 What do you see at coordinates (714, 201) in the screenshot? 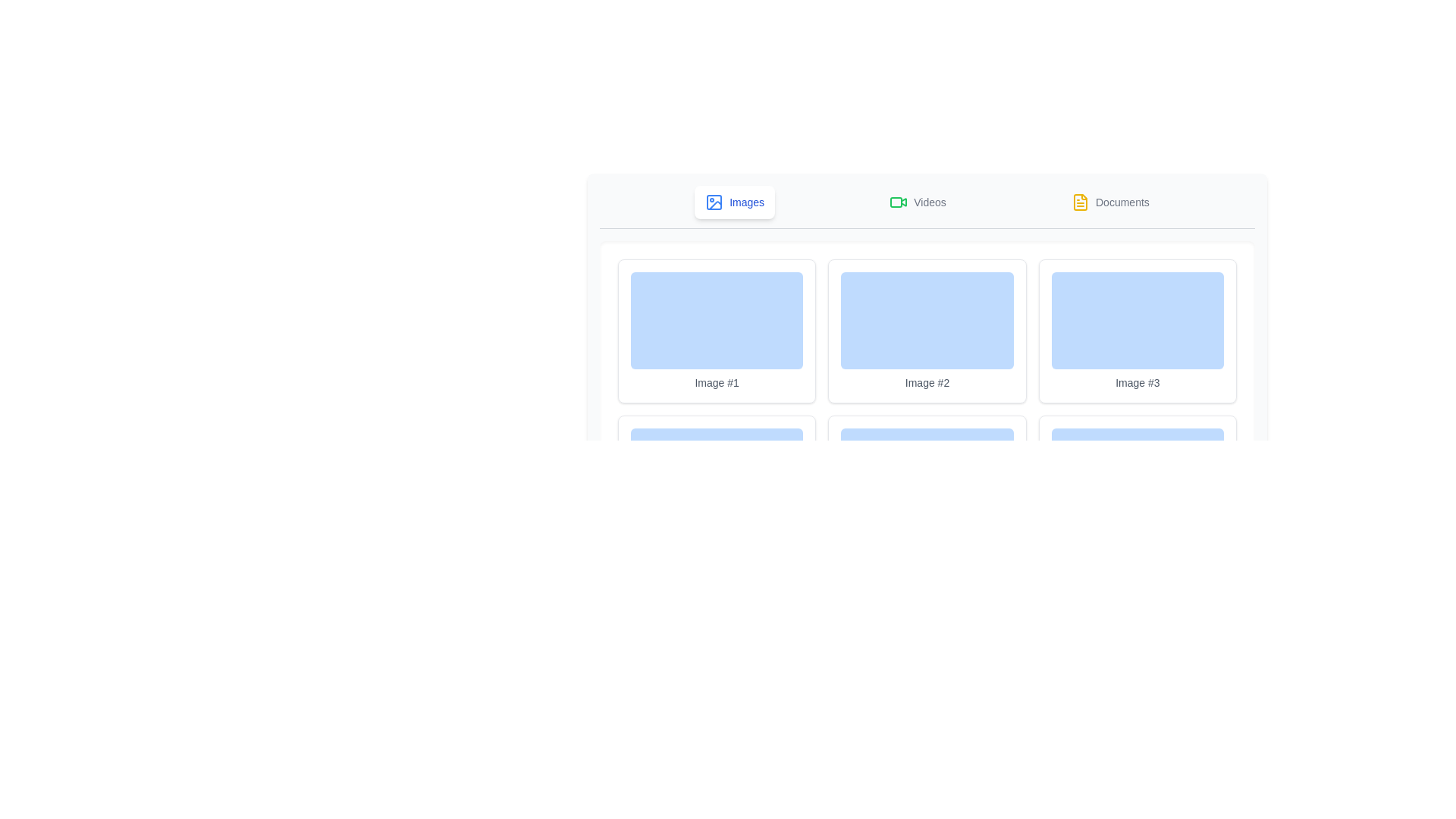
I see `the 'Images' icon located at the top-left section of the interface, which serves as a visual representation for selecting the 'Images' section` at bounding box center [714, 201].